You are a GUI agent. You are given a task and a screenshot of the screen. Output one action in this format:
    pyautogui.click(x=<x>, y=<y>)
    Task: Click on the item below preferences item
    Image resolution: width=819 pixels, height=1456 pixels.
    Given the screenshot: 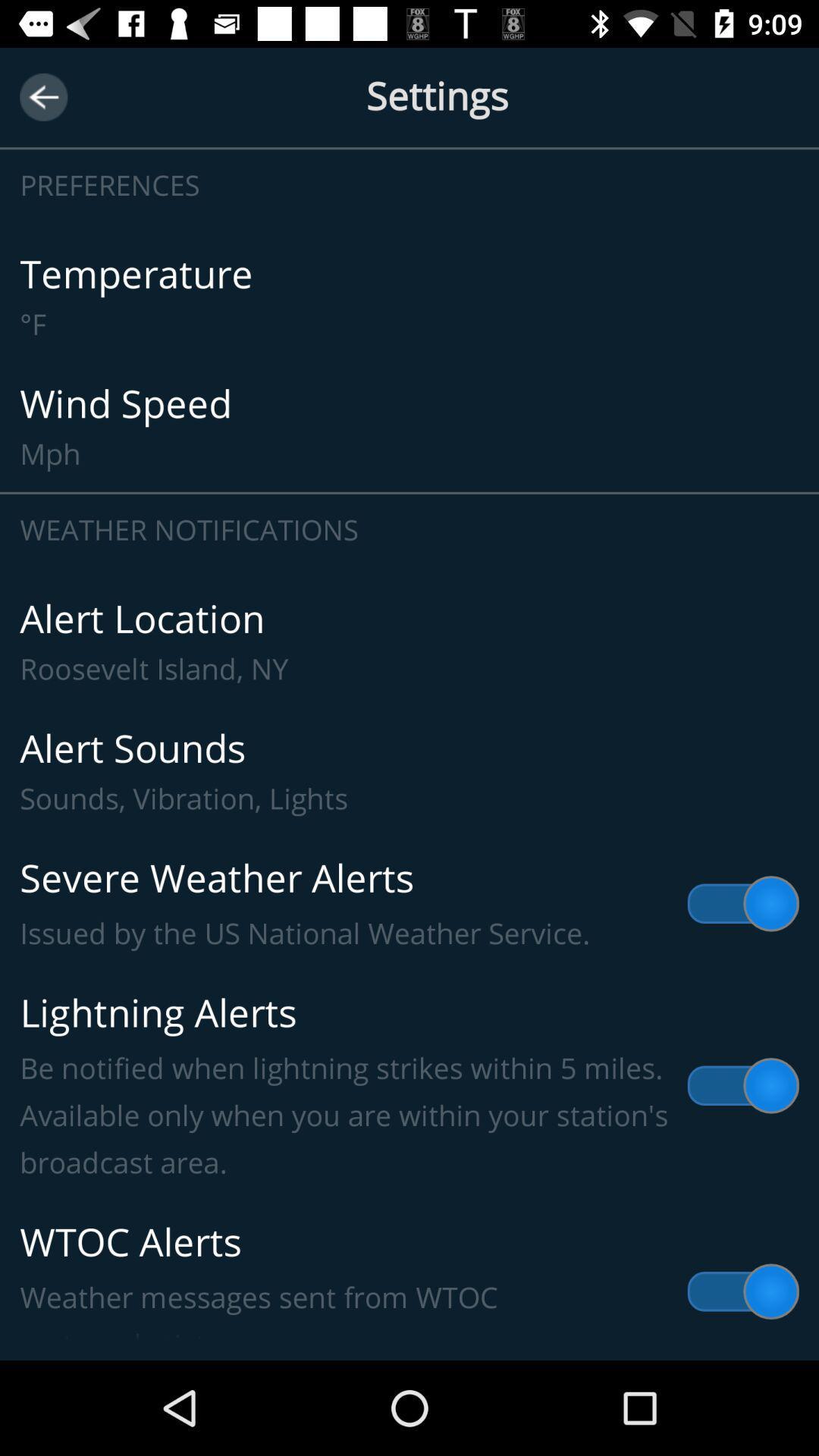 What is the action you would take?
    pyautogui.click(x=409, y=297)
    